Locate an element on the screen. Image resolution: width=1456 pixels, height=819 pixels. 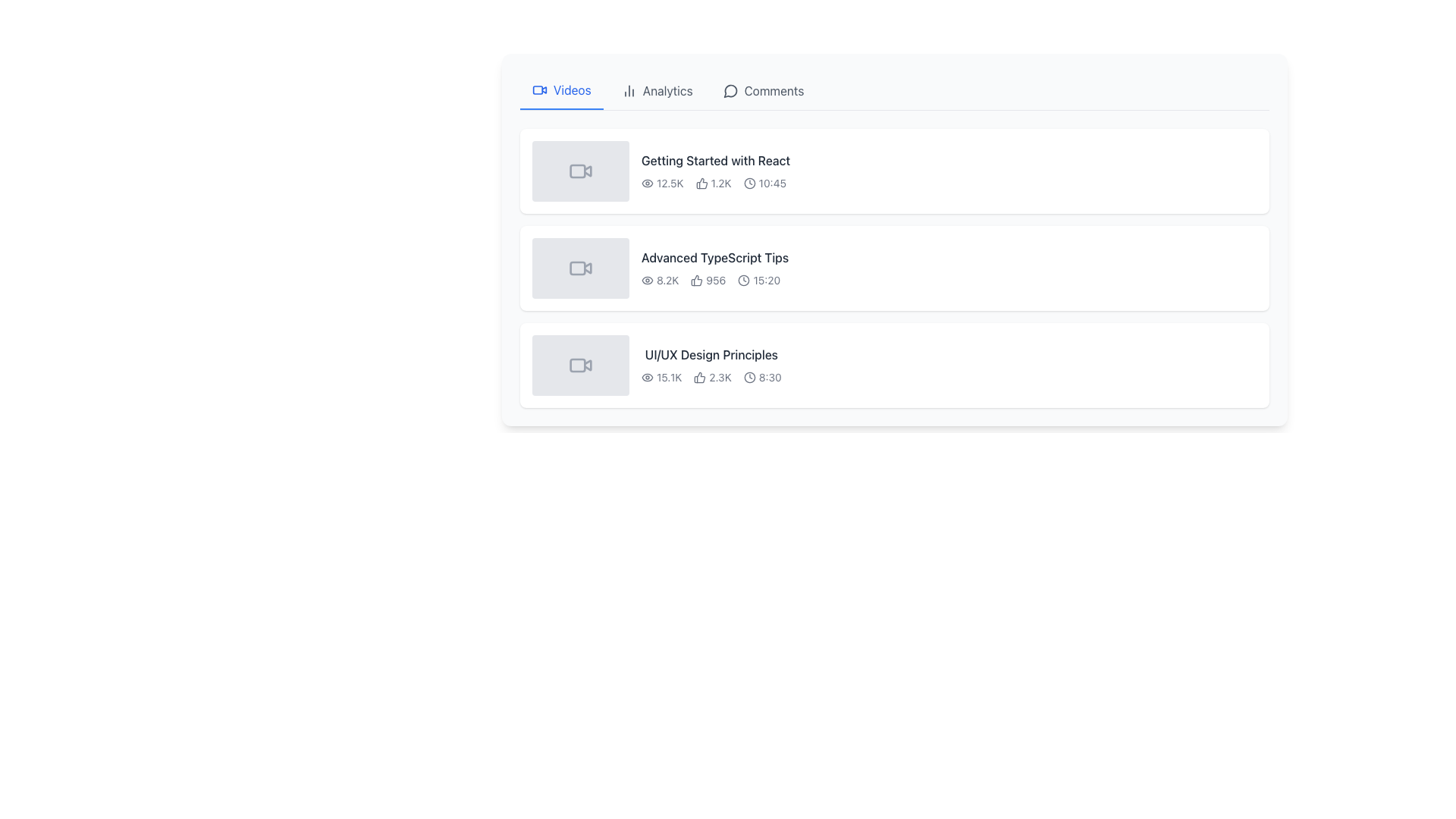
to select the first video card in the vertically stacked list of video cards is located at coordinates (895, 171).